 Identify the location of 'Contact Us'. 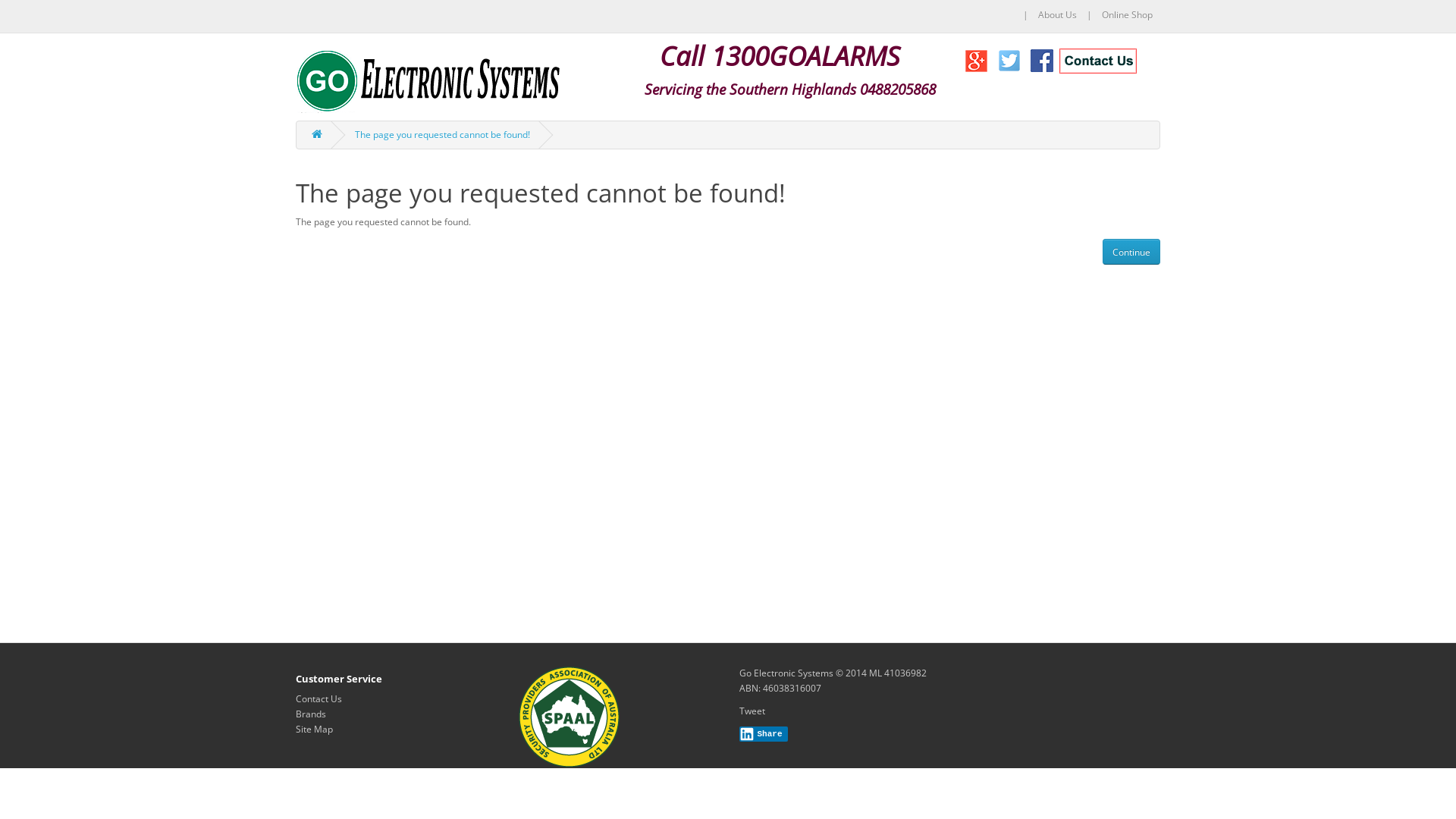
(318, 698).